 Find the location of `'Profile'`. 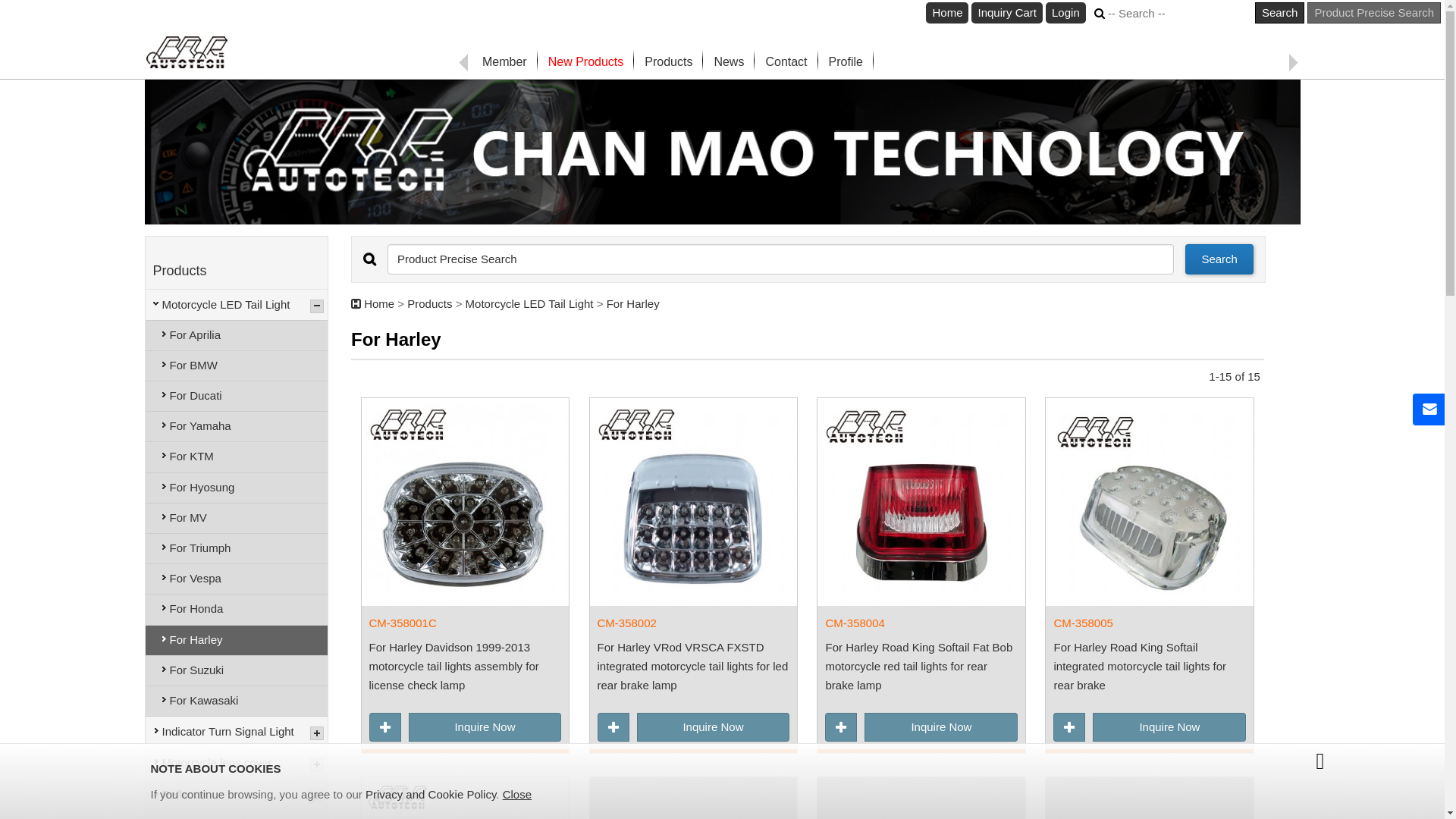

'Profile' is located at coordinates (845, 61).